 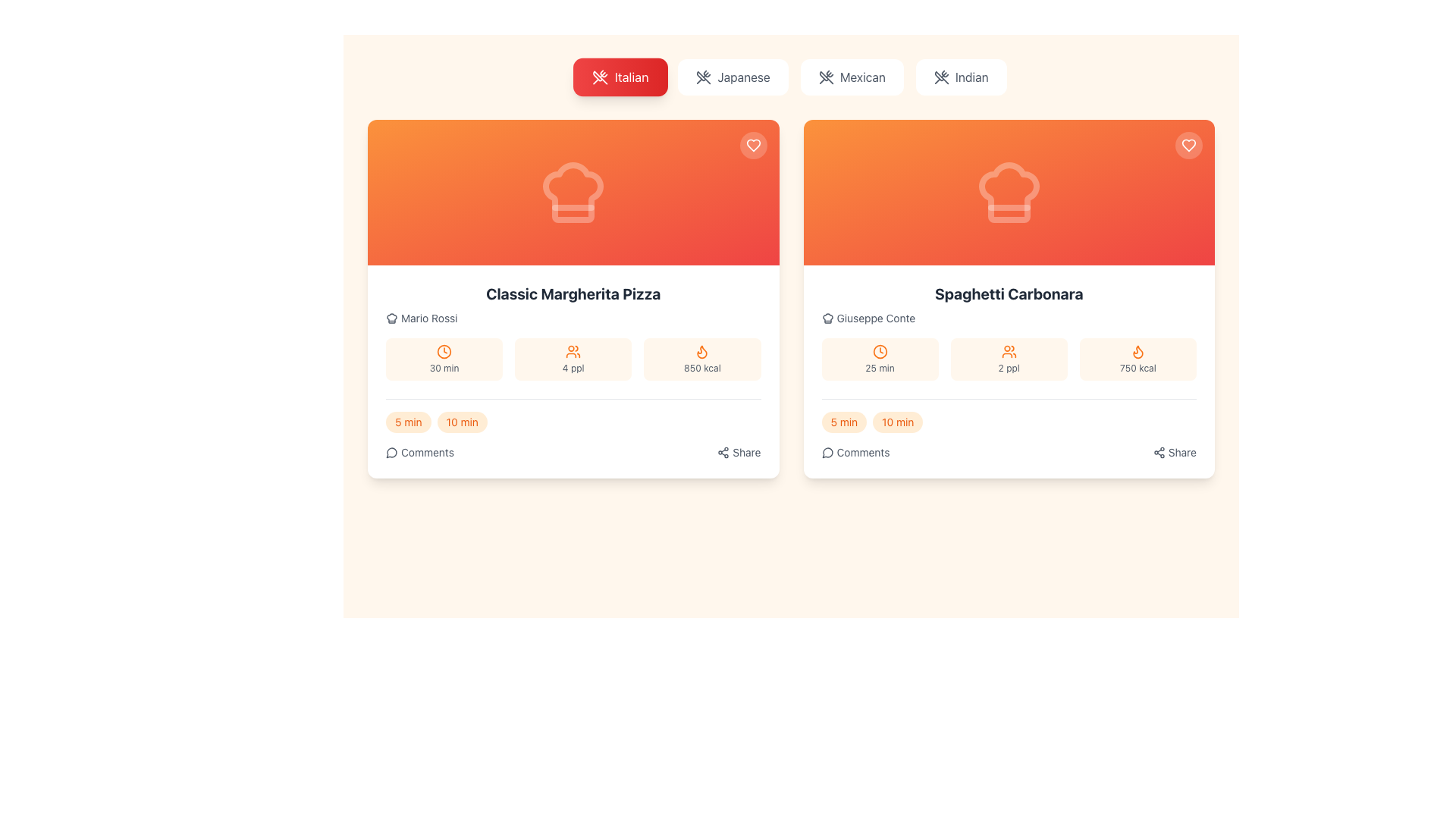 I want to click on the 'Italian' food category icon, which visually indicates the selected cuisine type and is part of a set of buttons at the top of the interface, so click(x=703, y=77).